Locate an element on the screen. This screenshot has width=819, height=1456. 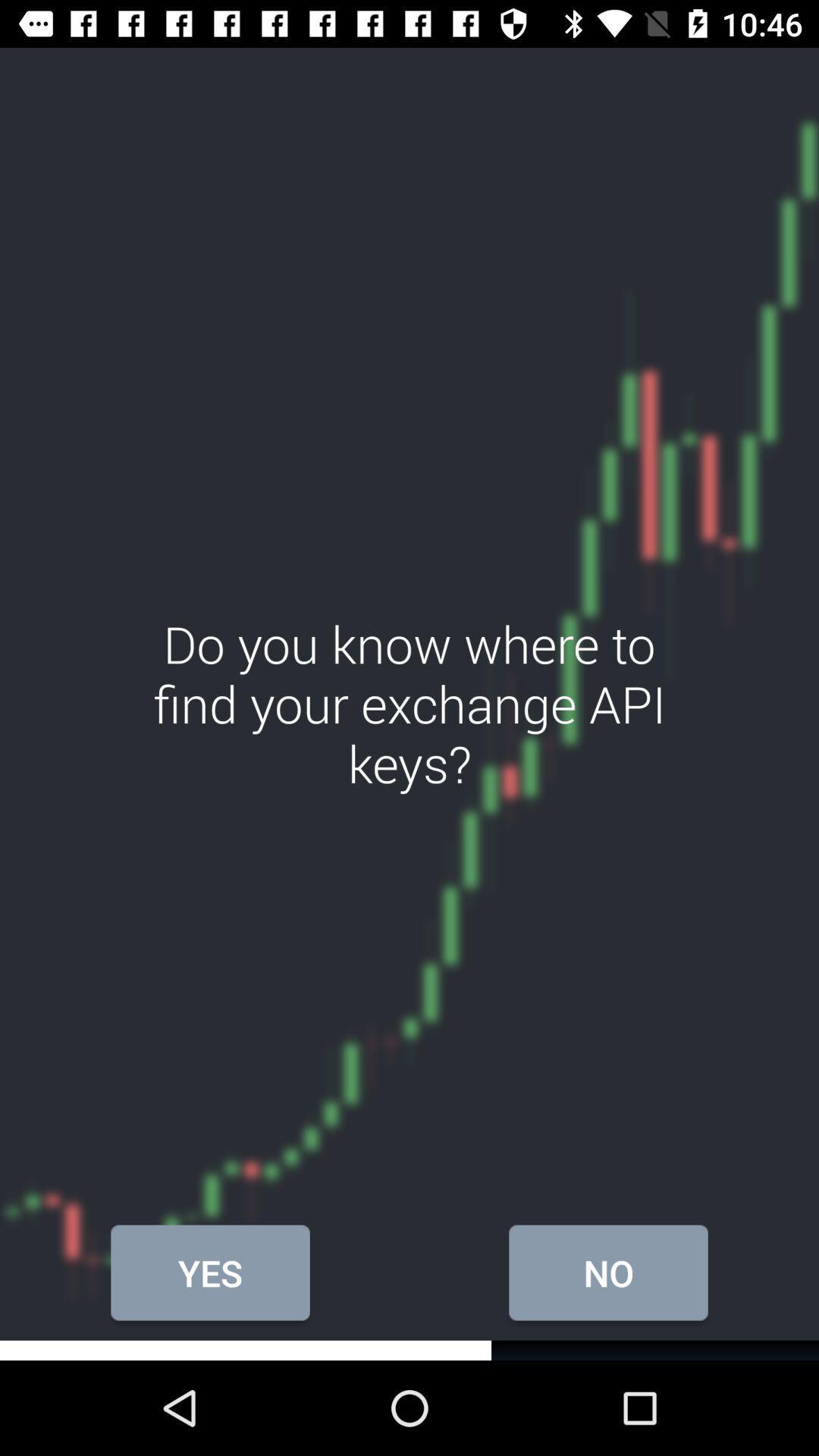
the icon next to the no icon is located at coordinates (210, 1272).